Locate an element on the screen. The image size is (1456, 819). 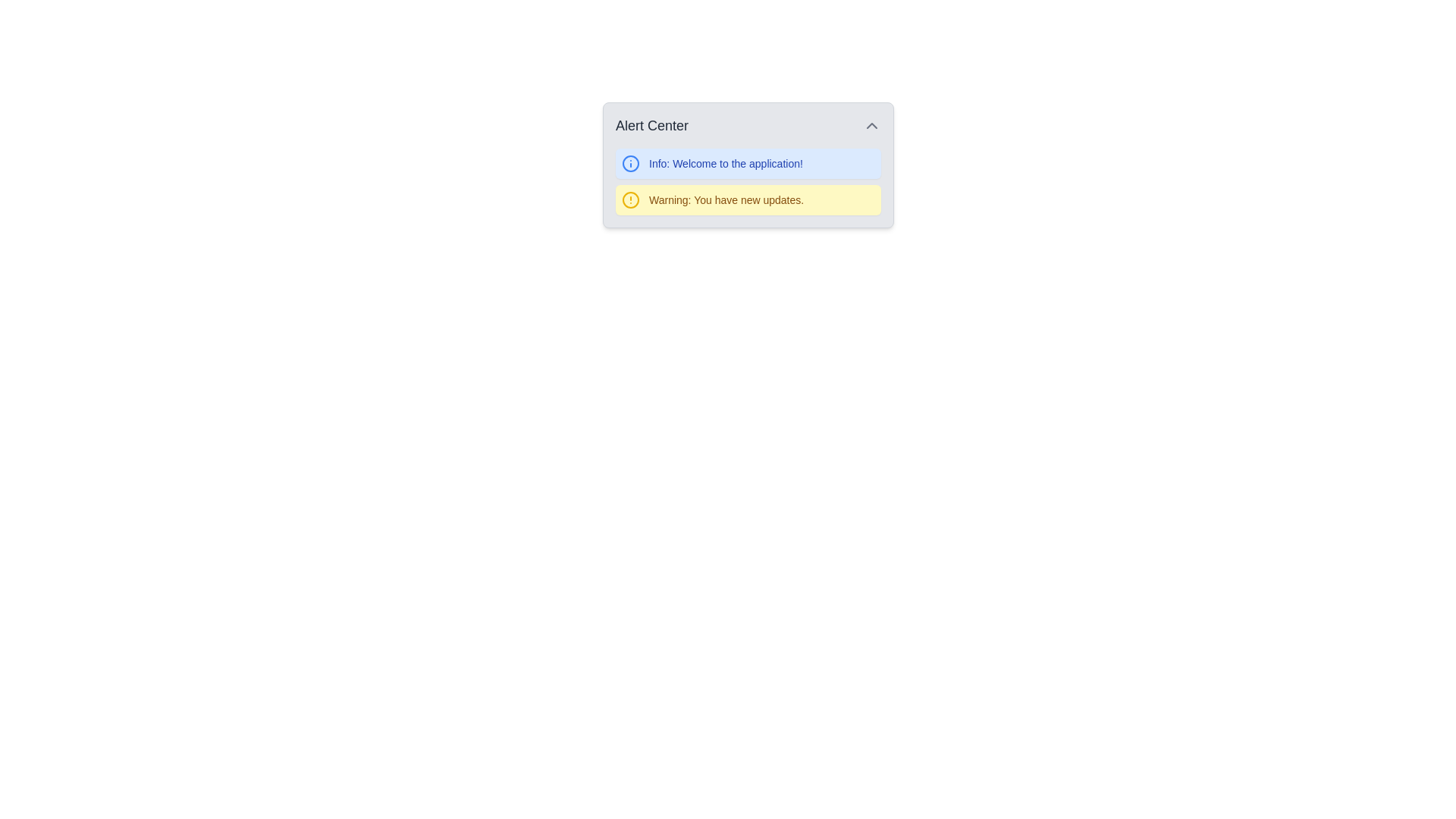
the blue circular outline of the informational alert icon, which is located to the left of the 'Info: Welcome to the application!' text is located at coordinates (630, 164).